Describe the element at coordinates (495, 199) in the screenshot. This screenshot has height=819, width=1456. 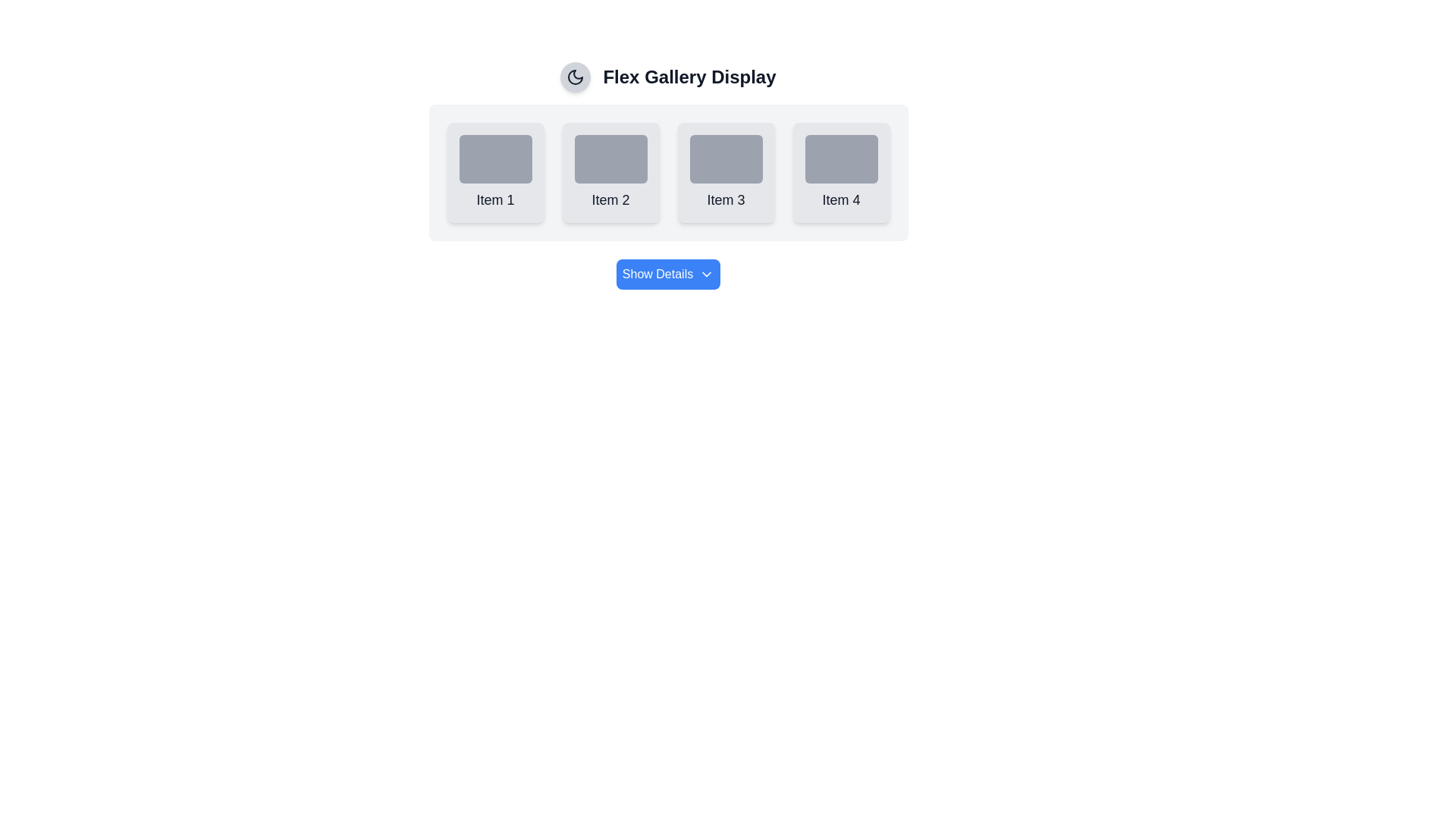
I see `the static text label located within the first card of the flex-based gallery layout, positioned directly below the rectangular placeholder image` at that location.